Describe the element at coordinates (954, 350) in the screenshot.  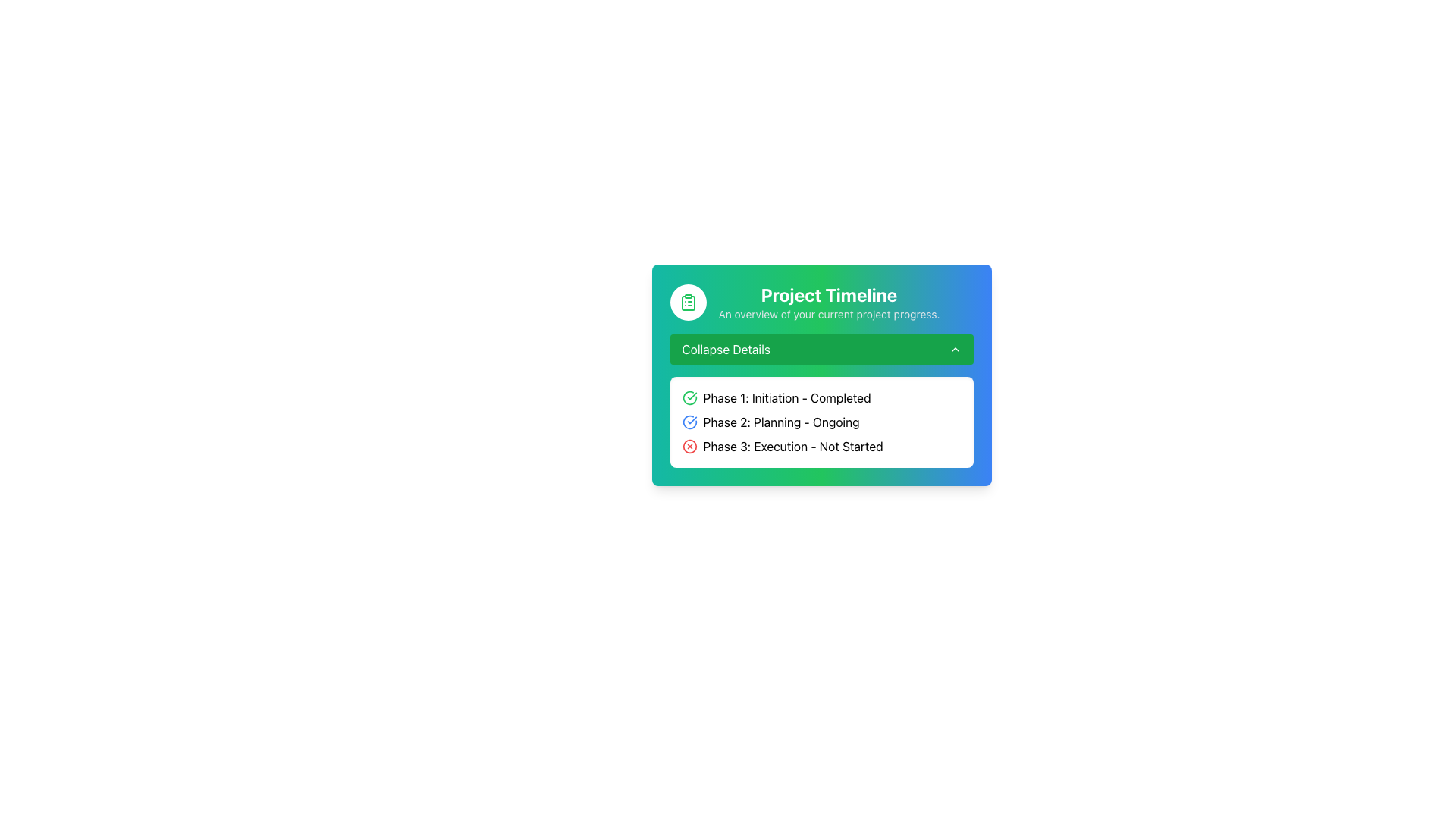
I see `the upward-pointing chevron icon located to the far right of the 'Collapse Details' text` at that location.